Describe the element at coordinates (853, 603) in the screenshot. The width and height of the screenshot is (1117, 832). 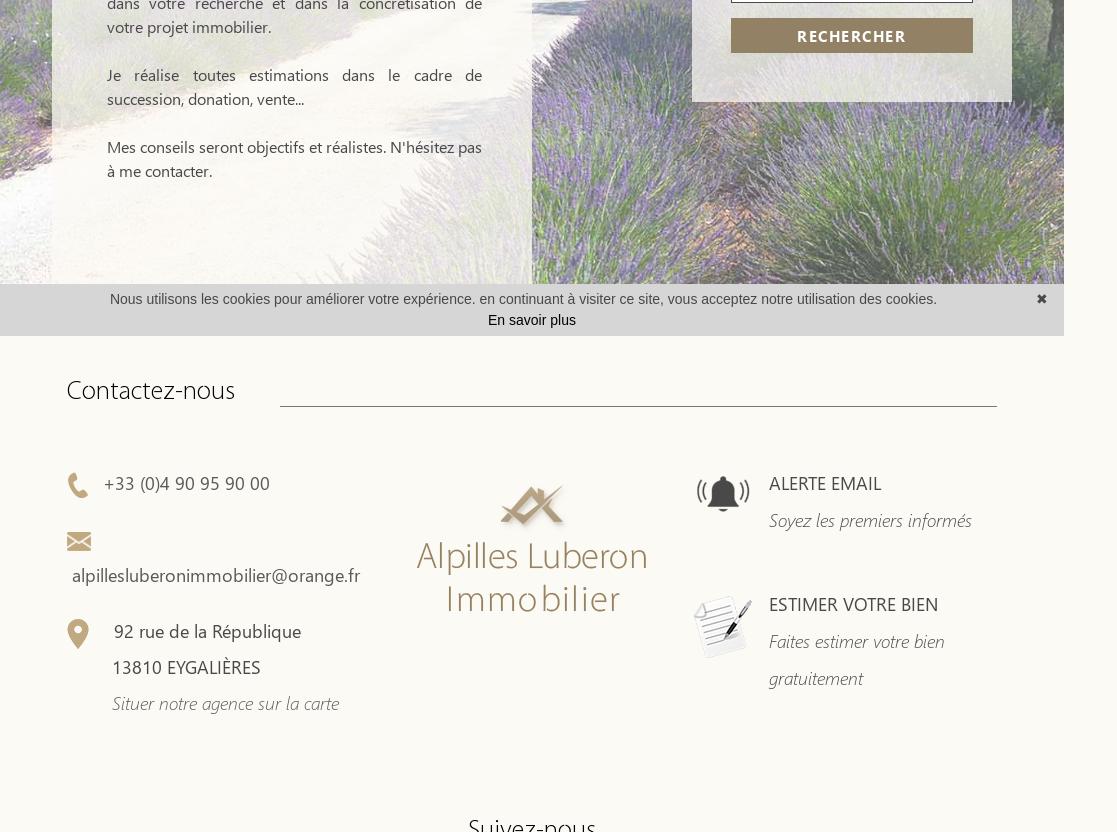
I see `'ESTIMER VOTRE BIEN'` at that location.